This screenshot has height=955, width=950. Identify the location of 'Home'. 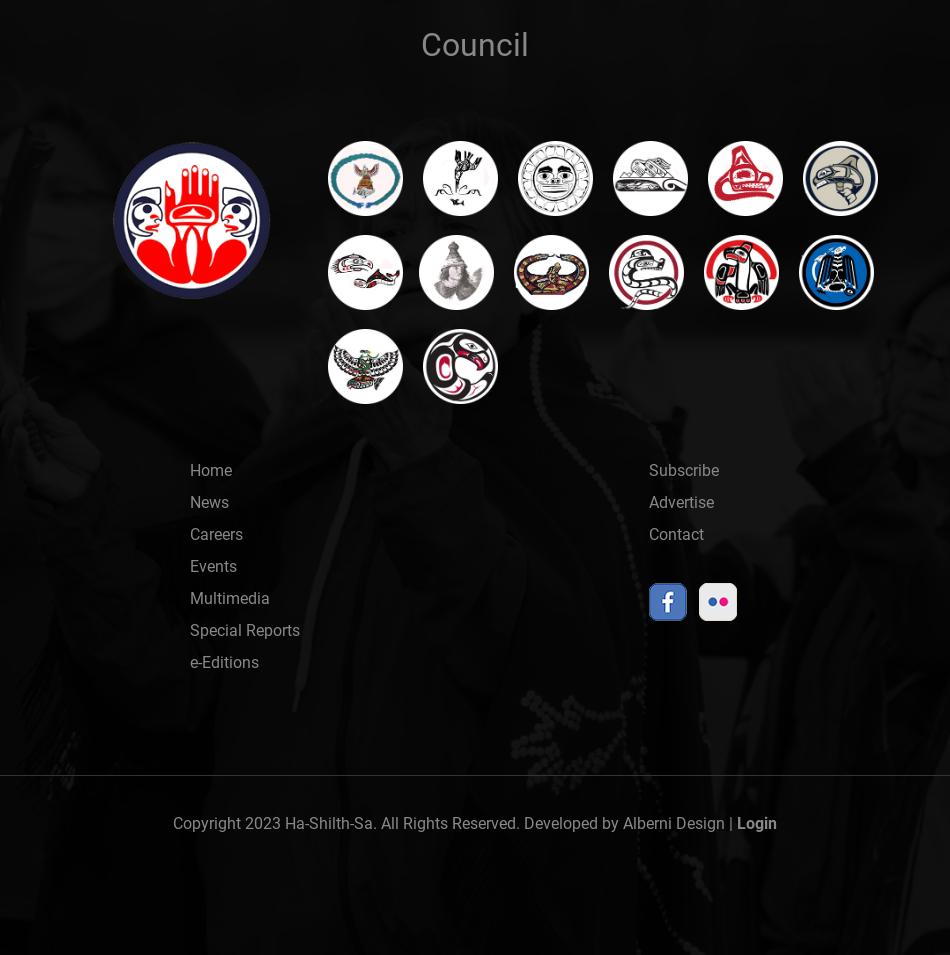
(210, 469).